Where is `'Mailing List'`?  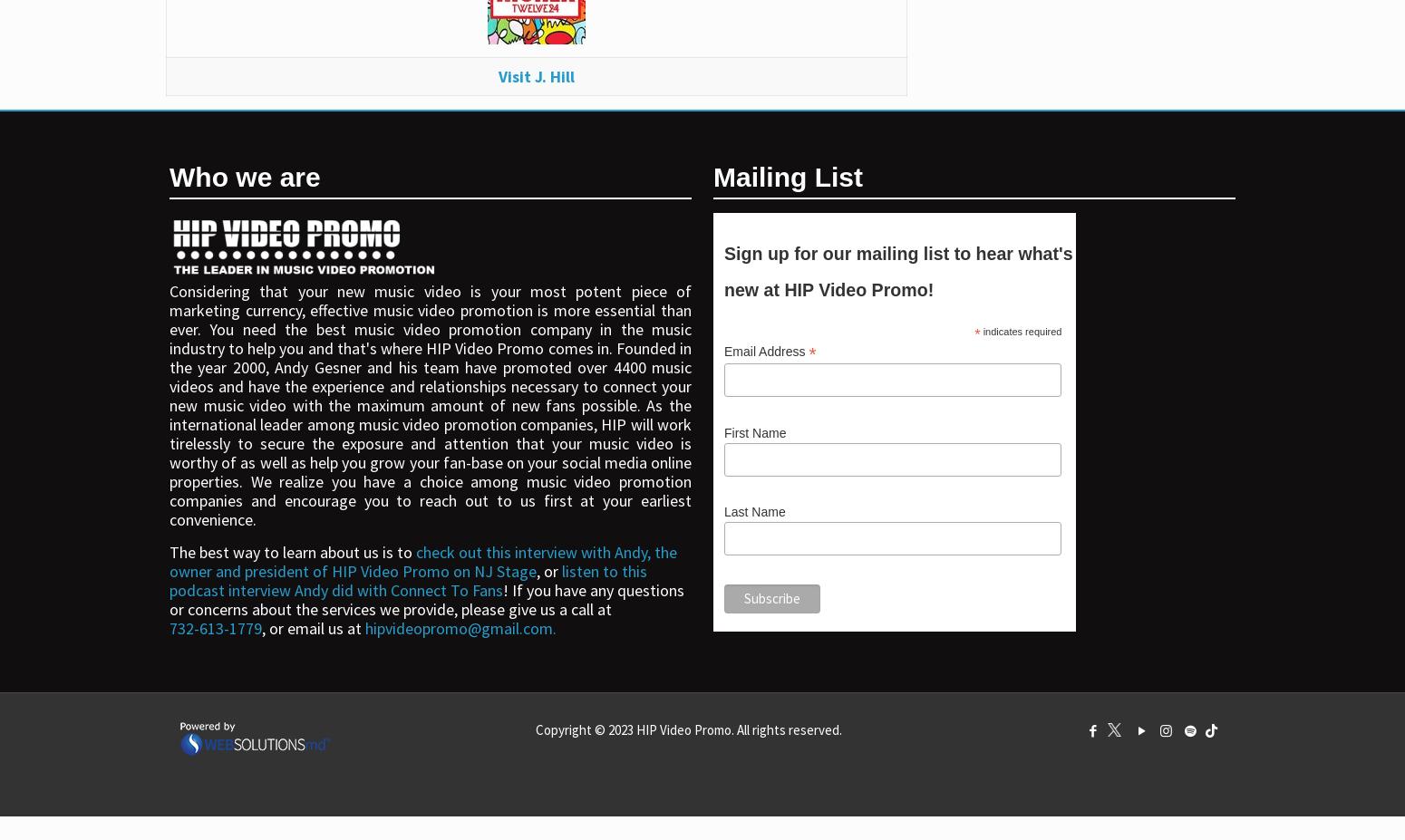 'Mailing List' is located at coordinates (788, 176).